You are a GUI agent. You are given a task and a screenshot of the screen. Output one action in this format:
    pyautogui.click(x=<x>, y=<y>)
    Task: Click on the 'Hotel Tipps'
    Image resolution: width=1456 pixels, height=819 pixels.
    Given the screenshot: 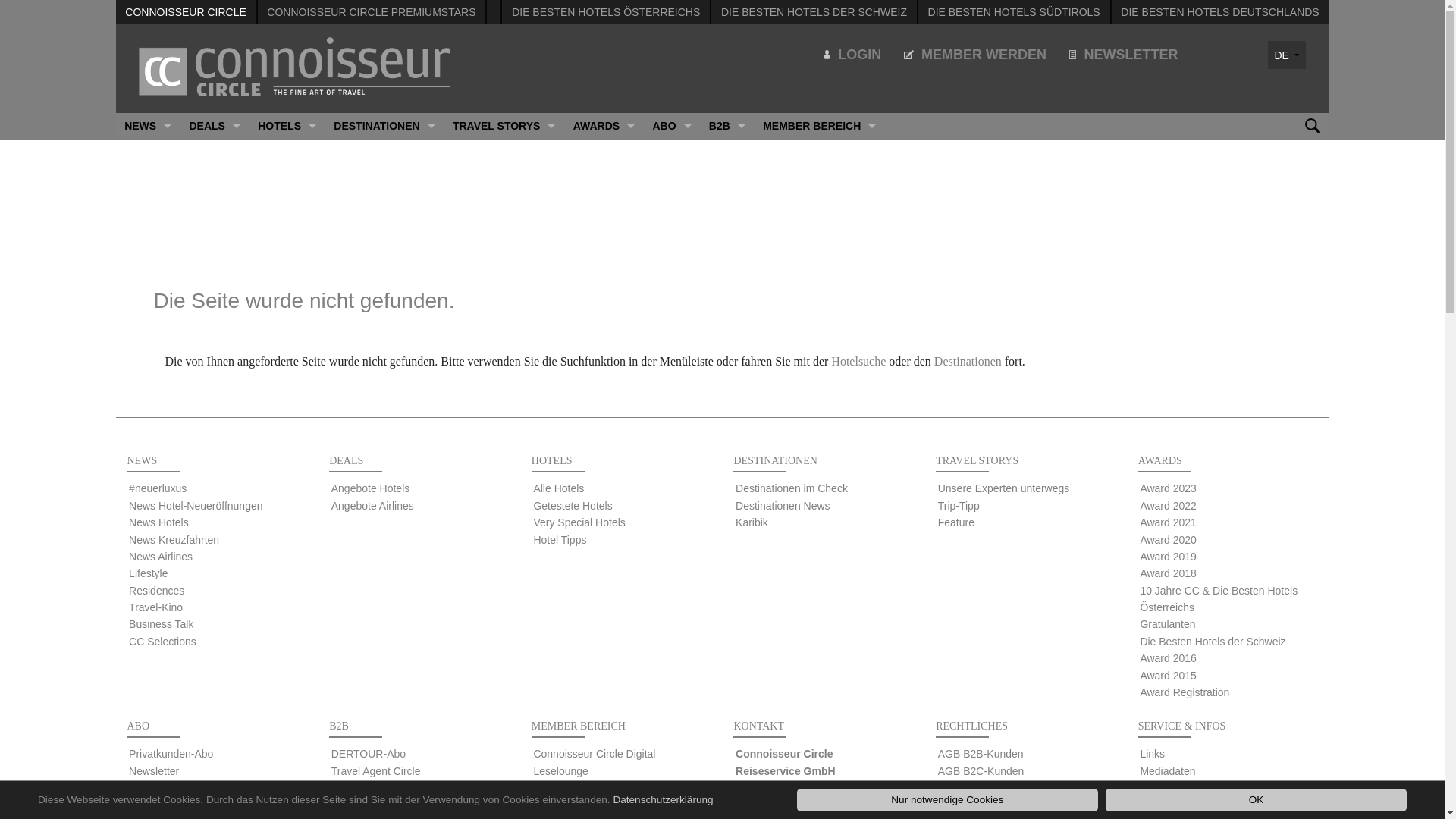 What is the action you would take?
    pyautogui.click(x=559, y=539)
    